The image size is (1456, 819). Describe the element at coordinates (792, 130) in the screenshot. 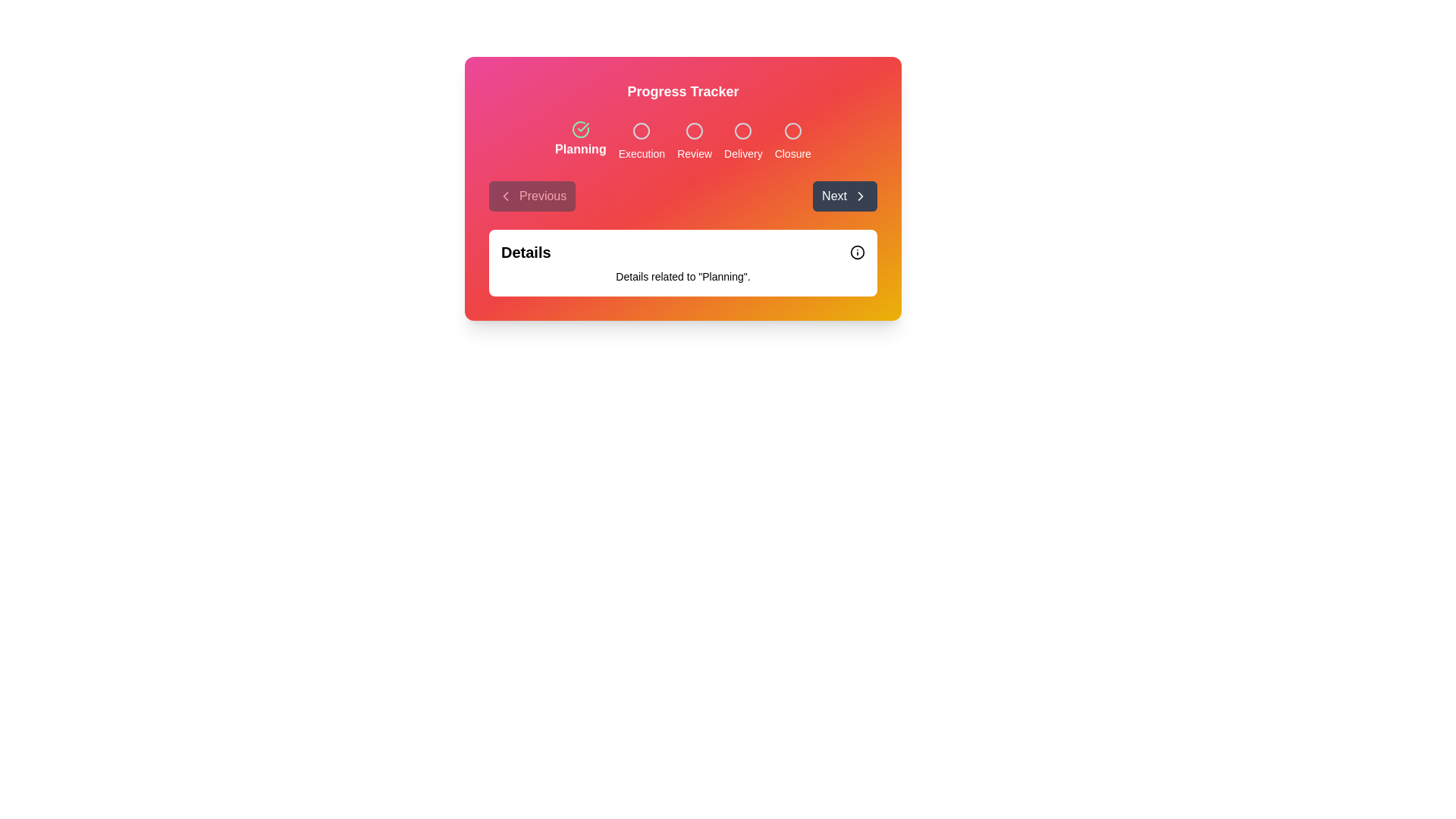

I see `the fifth circle in the progress stage indicator representing 'Closure' to visually inspect its status` at that location.